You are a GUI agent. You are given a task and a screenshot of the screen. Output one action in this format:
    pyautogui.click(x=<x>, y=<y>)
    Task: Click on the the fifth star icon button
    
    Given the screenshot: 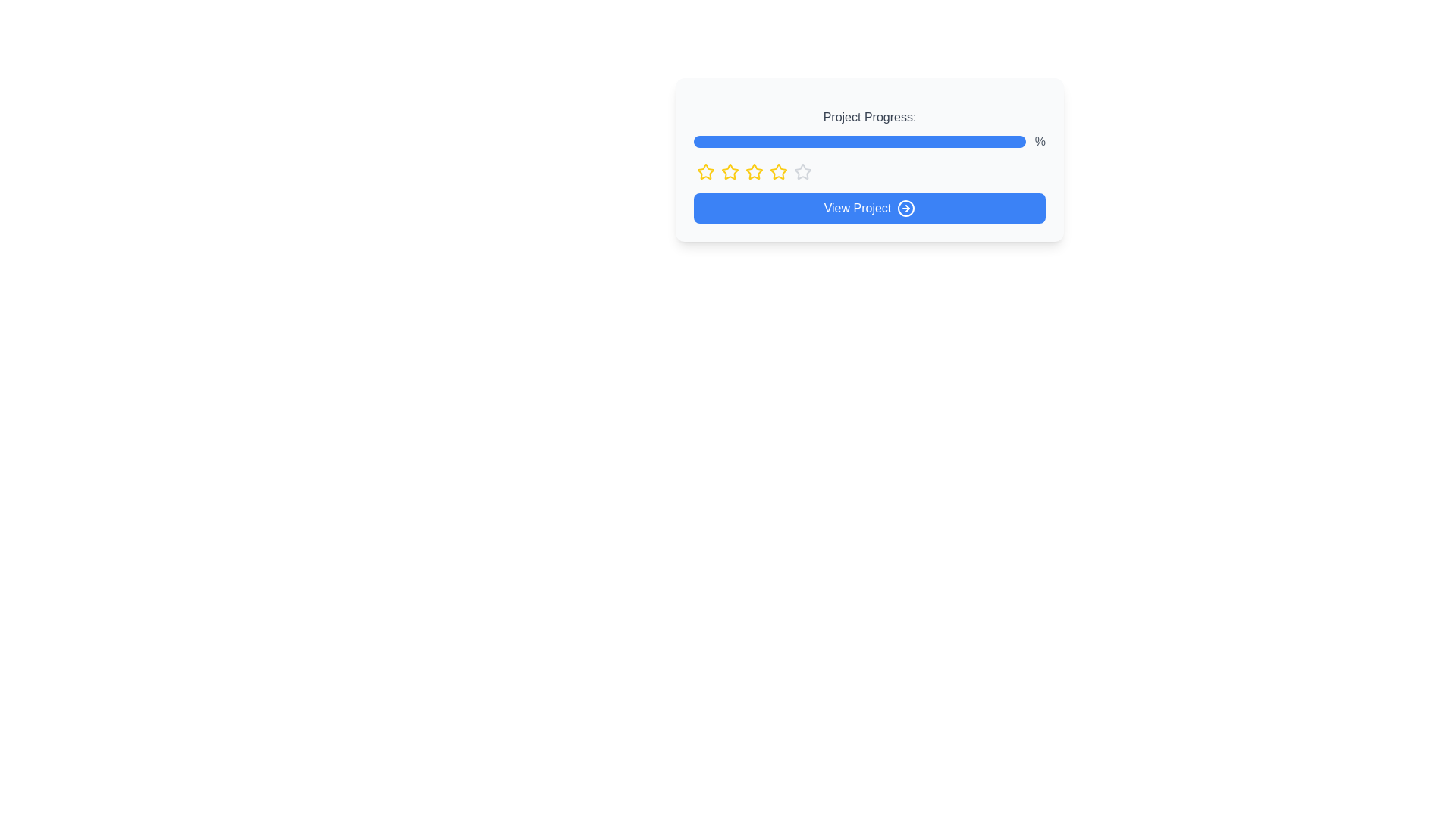 What is the action you would take?
    pyautogui.click(x=802, y=171)
    